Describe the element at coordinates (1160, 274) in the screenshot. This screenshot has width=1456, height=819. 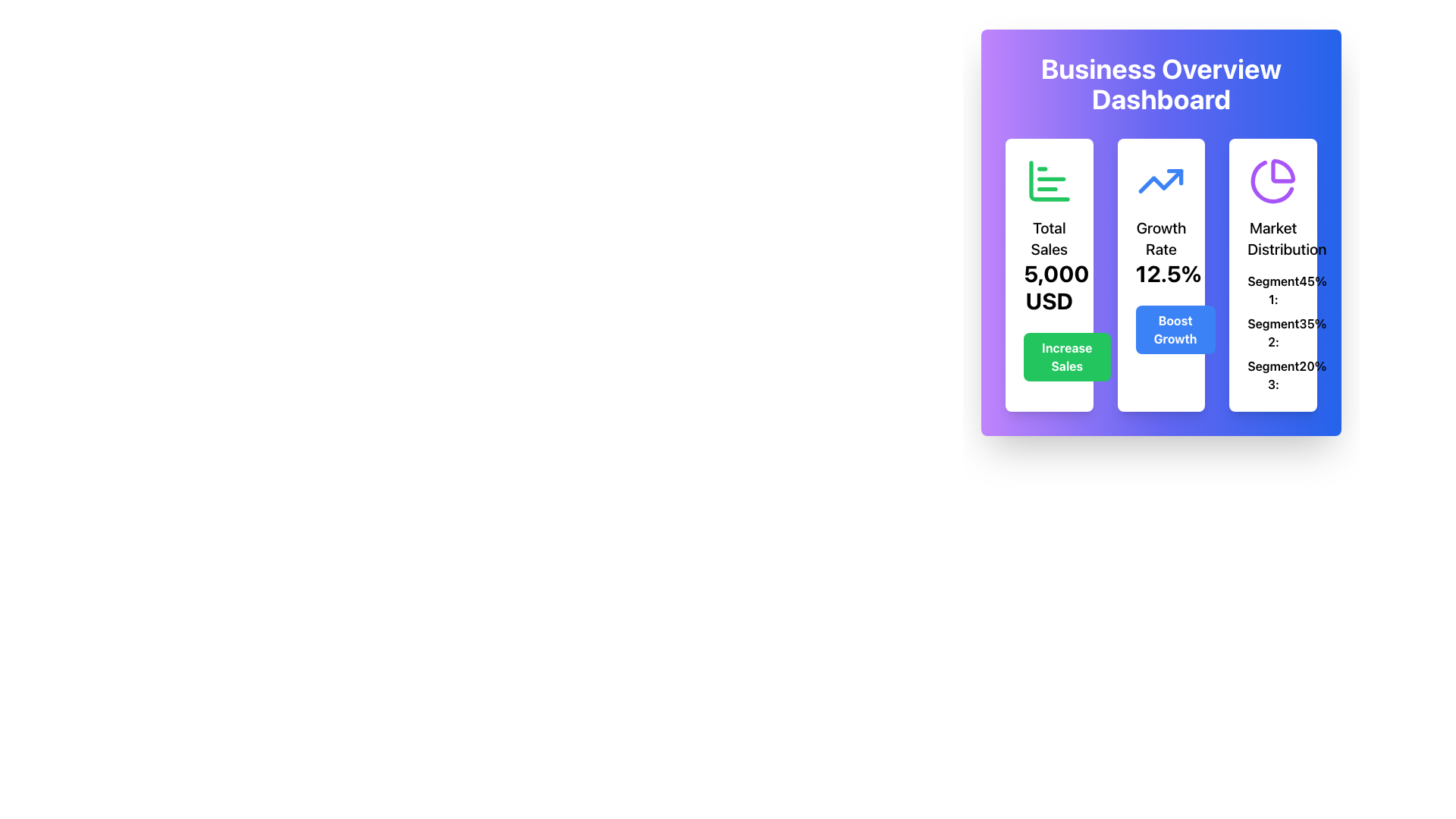
I see `the Text Display that shows '12.5%' in bold, large black font, positioned below 'Growth Rate' and above the 'Boost Growth' button` at that location.